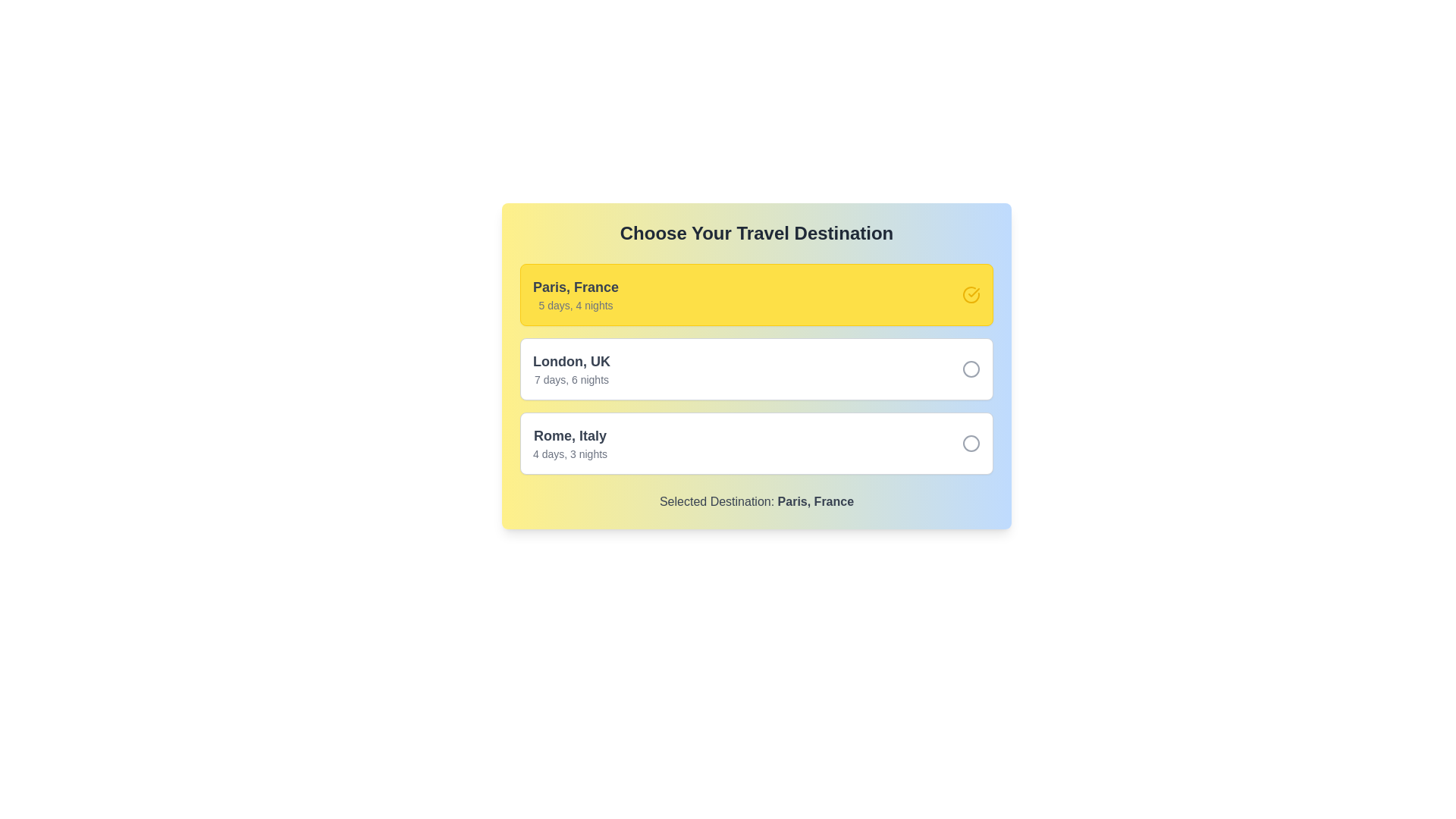  I want to click on details 'Rome, Italy' and '4 days, 3 nights' from the third item in the vertically stacked list of travel destination options, so click(570, 444).